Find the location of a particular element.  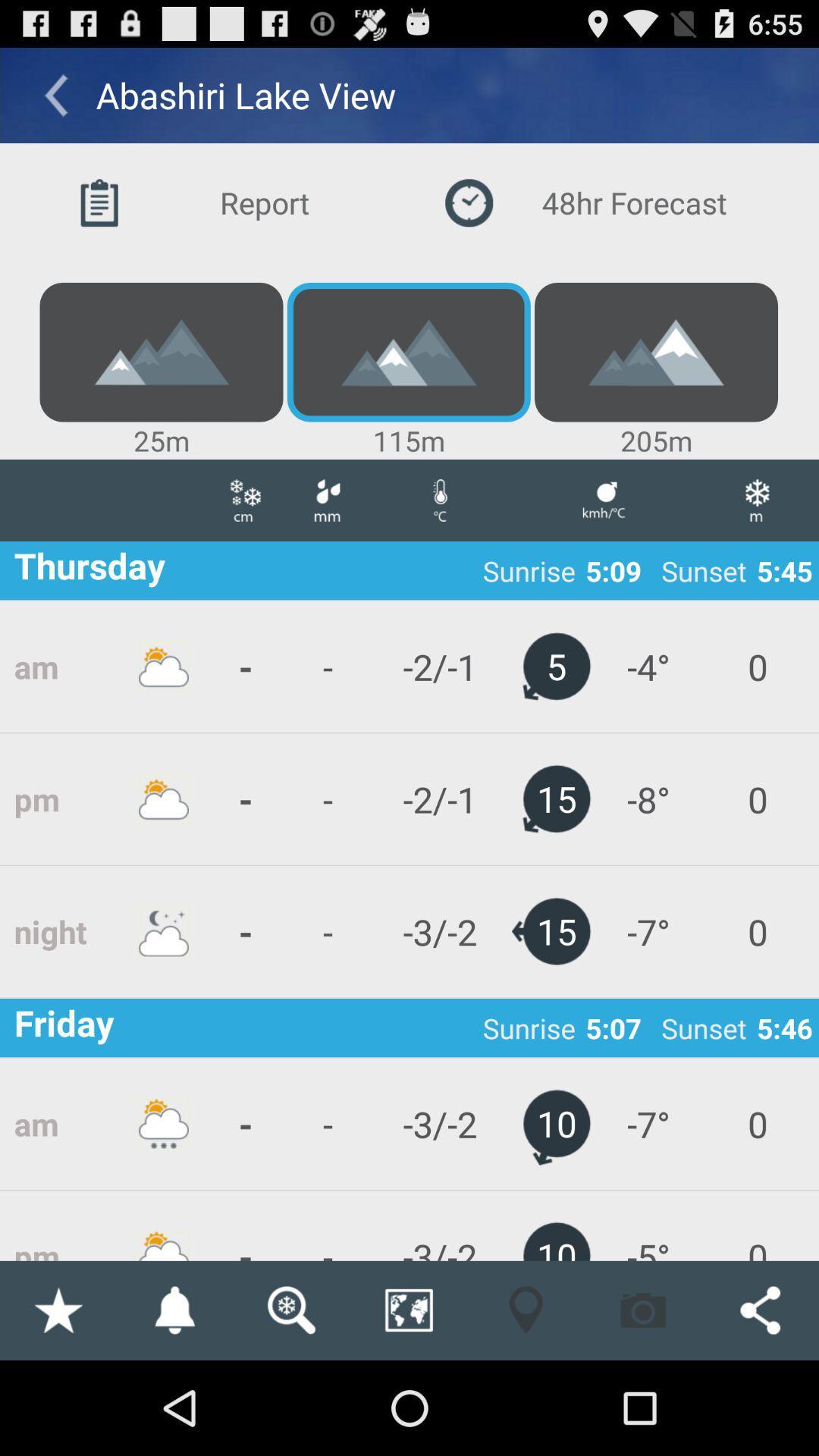

the star icon is located at coordinates (57, 1401).